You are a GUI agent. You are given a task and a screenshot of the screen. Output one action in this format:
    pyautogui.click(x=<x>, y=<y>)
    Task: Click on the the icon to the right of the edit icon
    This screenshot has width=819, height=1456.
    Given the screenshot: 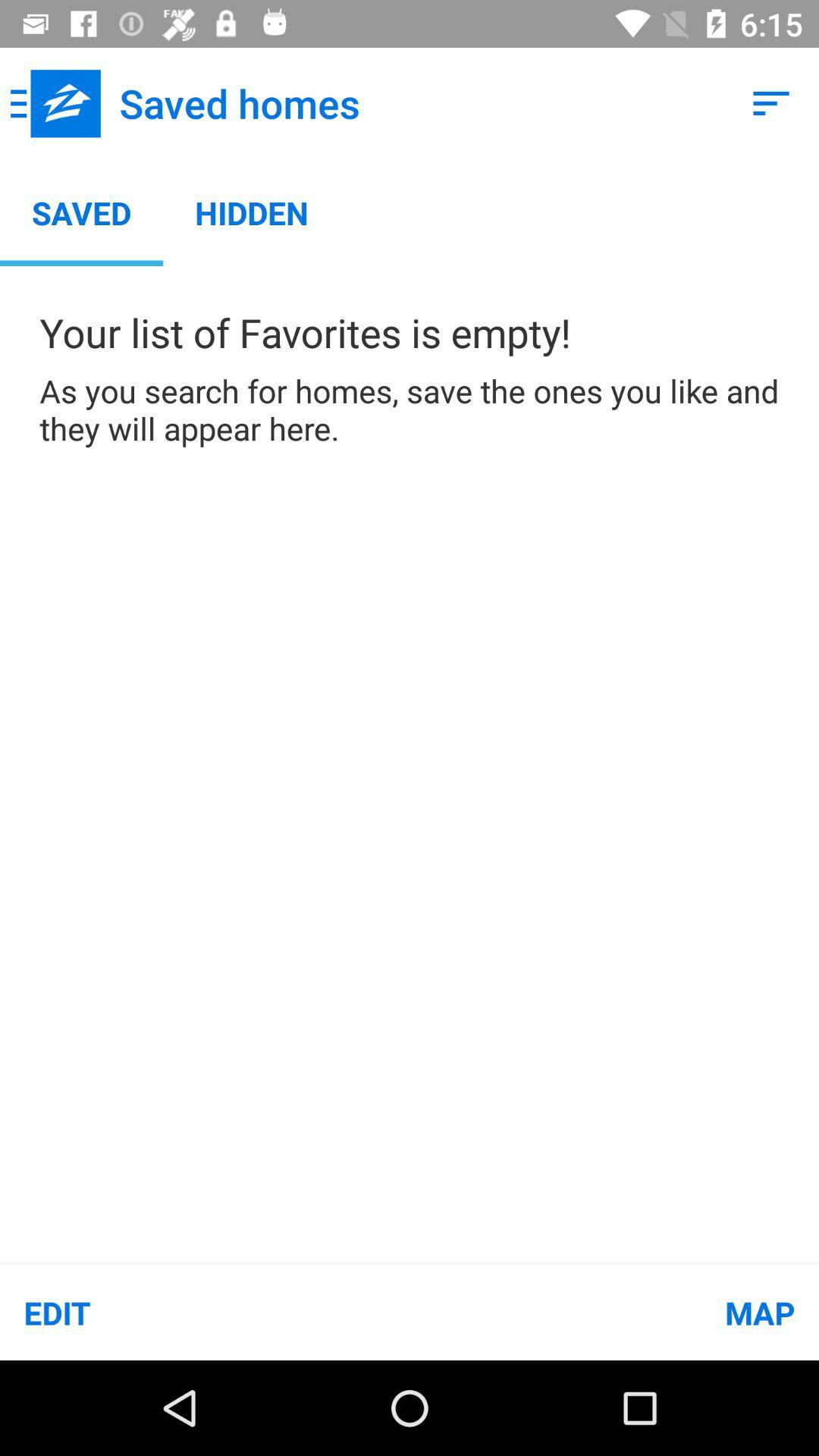 What is the action you would take?
    pyautogui.click(x=614, y=1312)
    